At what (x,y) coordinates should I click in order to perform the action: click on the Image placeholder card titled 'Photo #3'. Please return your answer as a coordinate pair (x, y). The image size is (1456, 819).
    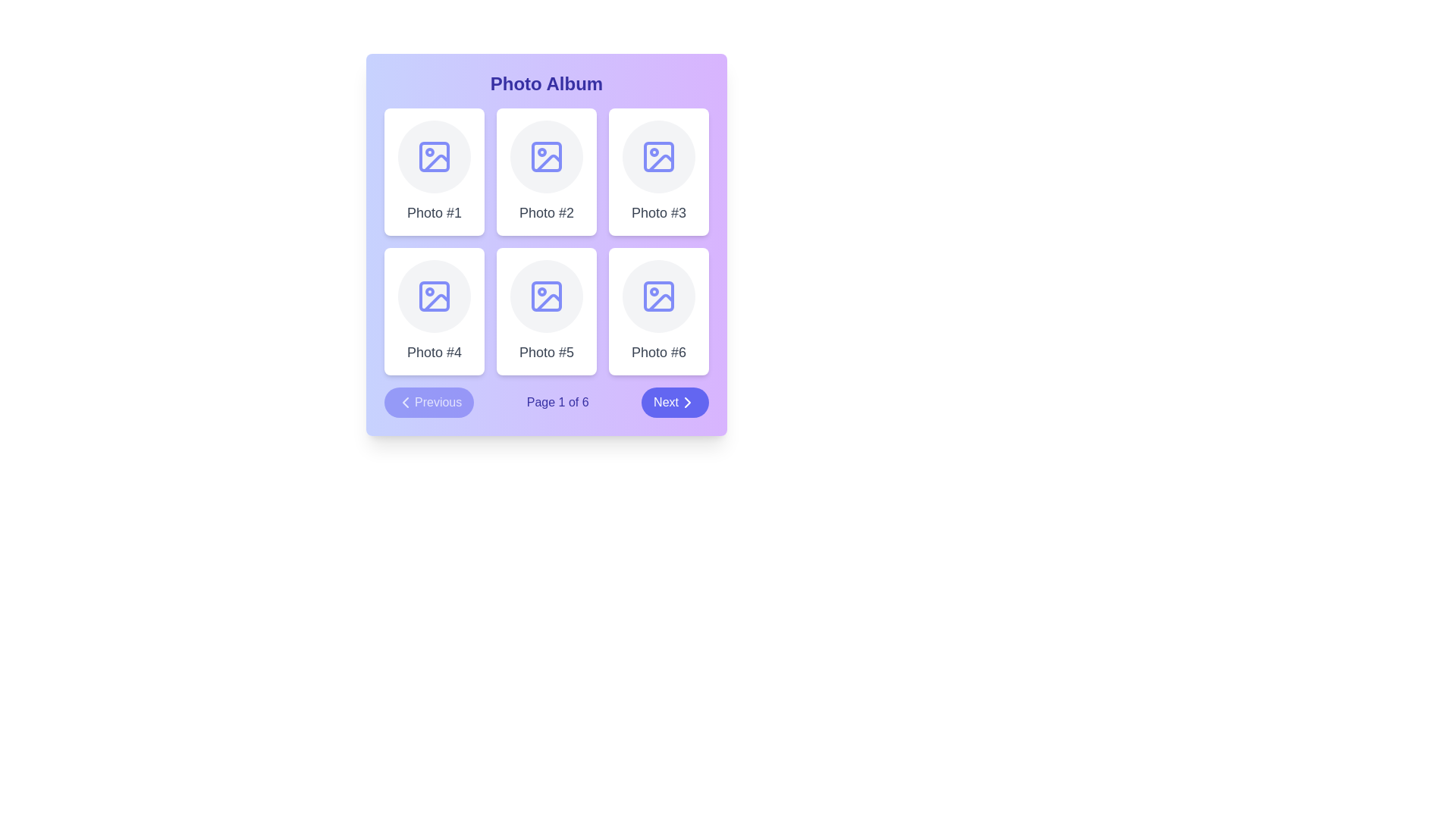
    Looking at the image, I should click on (658, 171).